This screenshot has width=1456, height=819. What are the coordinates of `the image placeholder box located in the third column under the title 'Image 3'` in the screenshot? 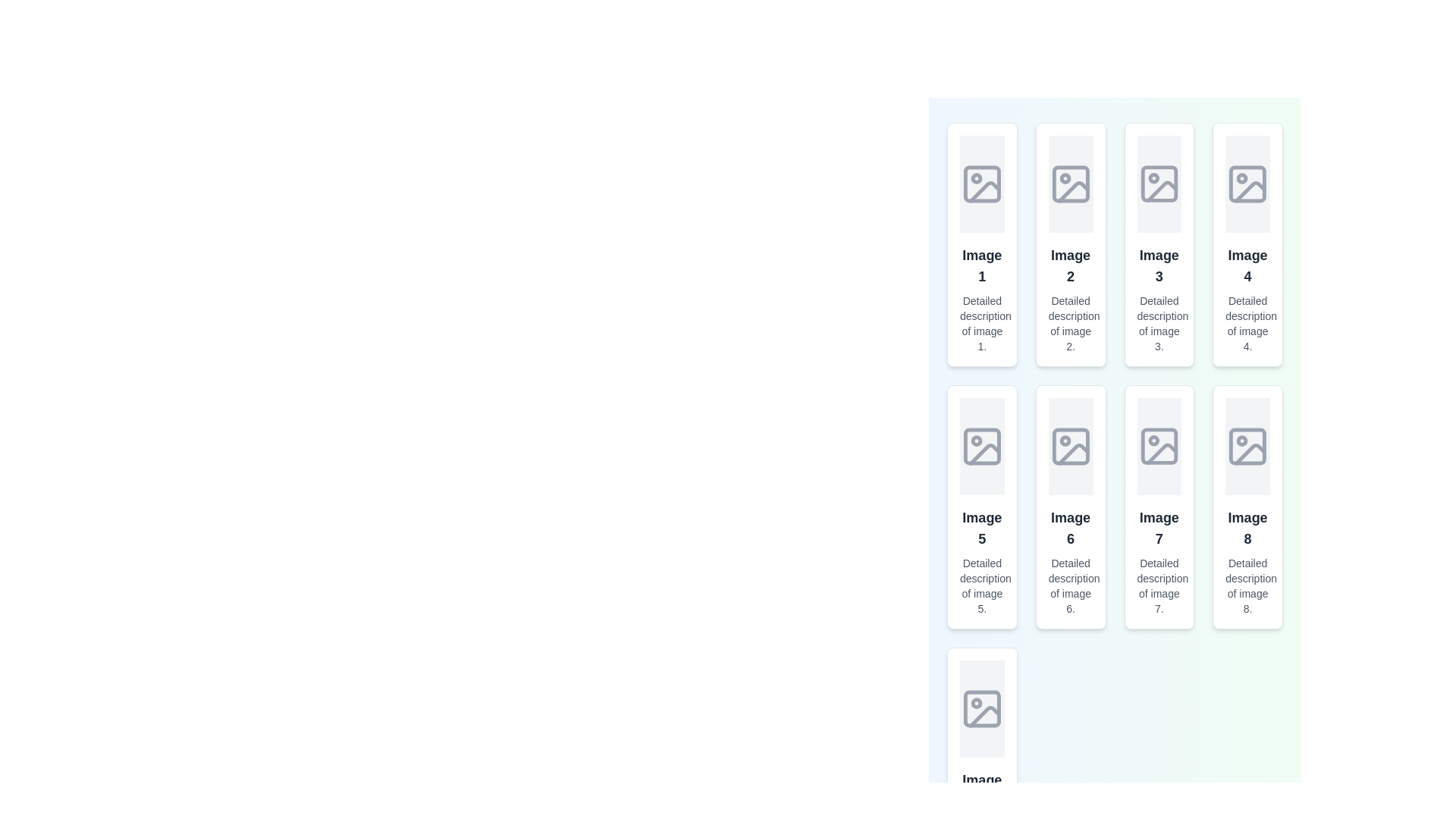 It's located at (1158, 184).